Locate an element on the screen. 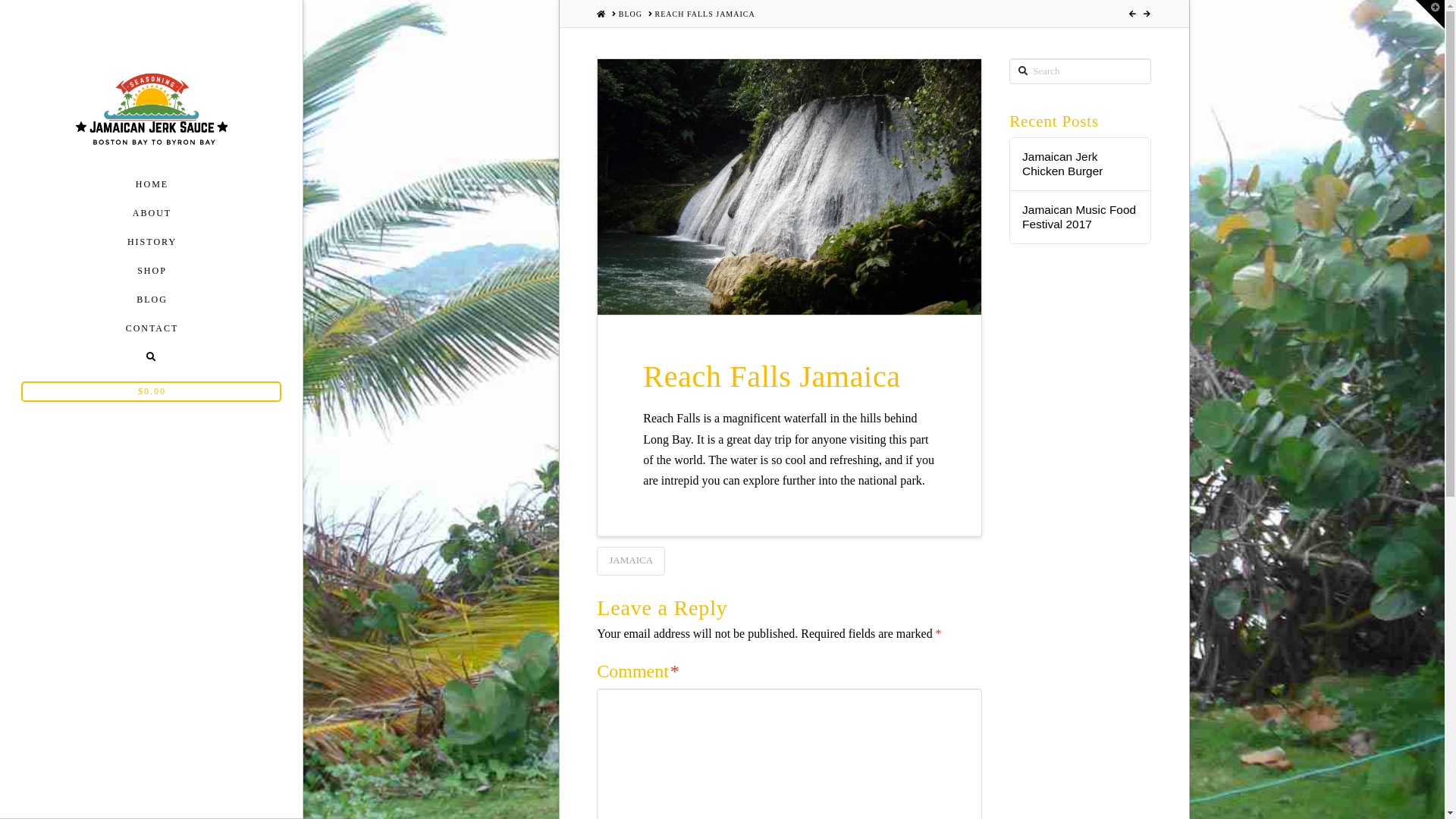  'CONTACT' is located at coordinates (151, 327).